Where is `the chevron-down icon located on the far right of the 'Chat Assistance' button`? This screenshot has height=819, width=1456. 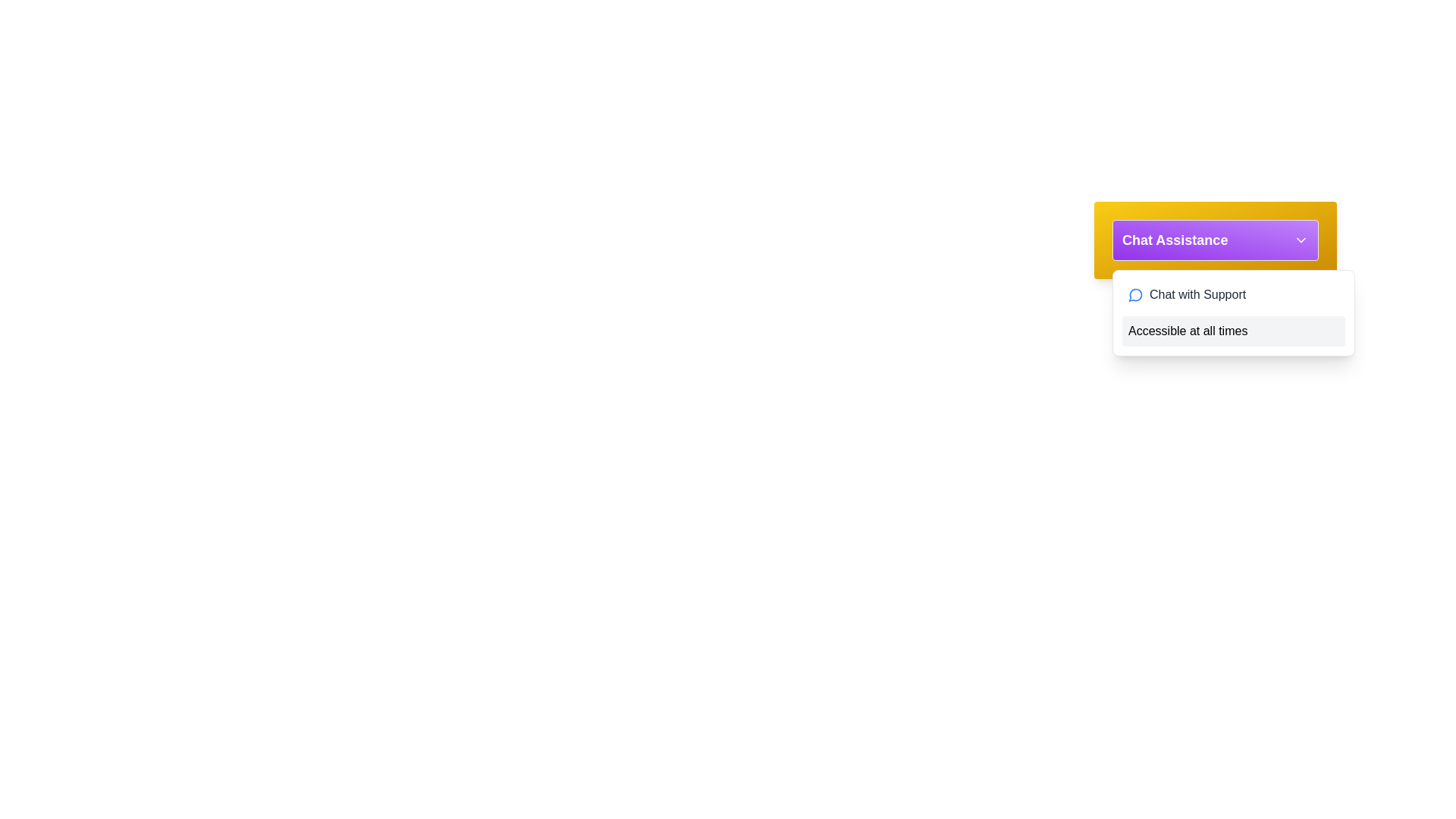 the chevron-down icon located on the far right of the 'Chat Assistance' button is located at coordinates (1301, 239).